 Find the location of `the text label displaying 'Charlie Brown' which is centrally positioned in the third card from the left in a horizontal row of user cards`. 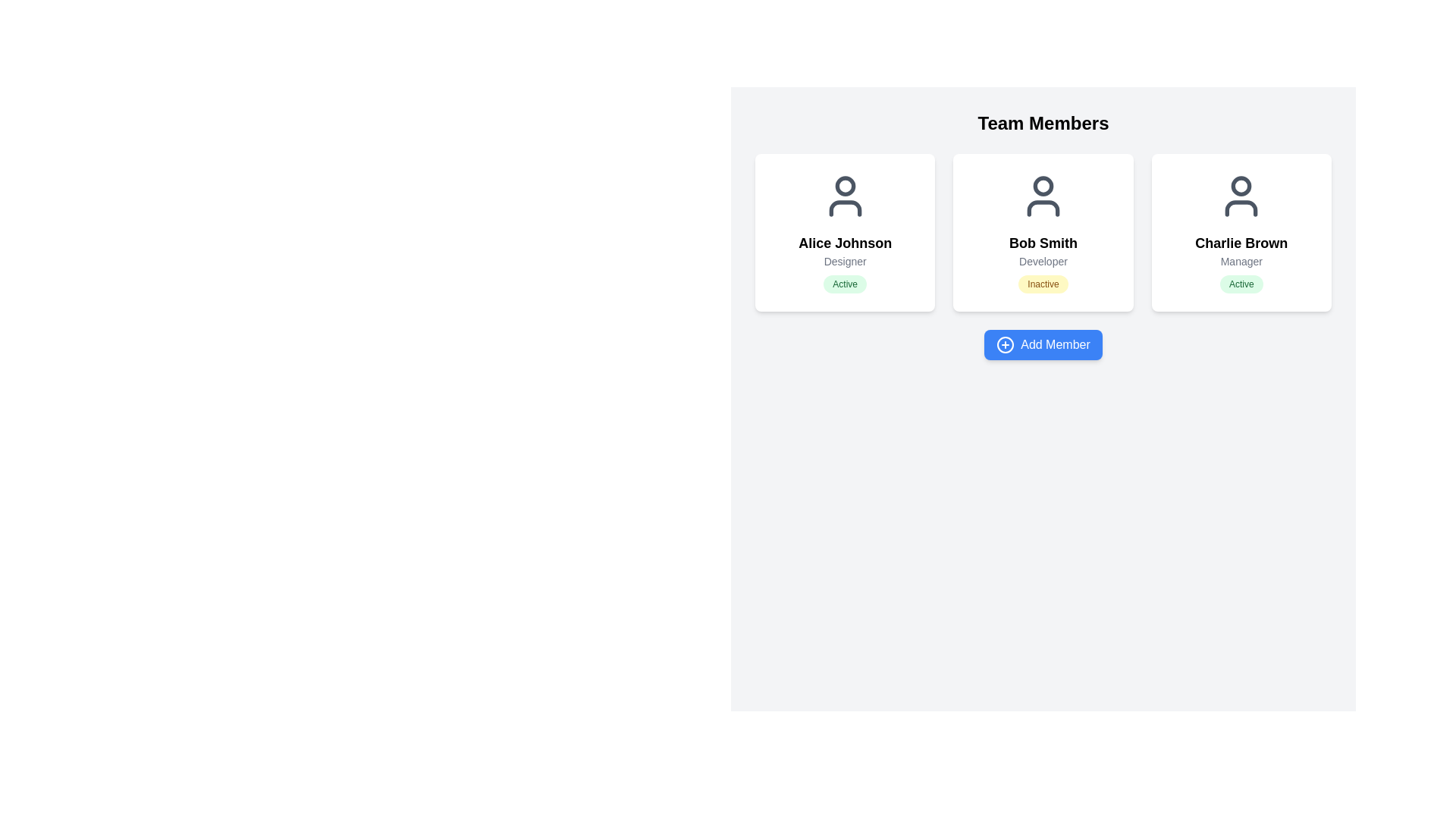

the text label displaying 'Charlie Brown' which is centrally positioned in the third card from the left in a horizontal row of user cards is located at coordinates (1241, 242).